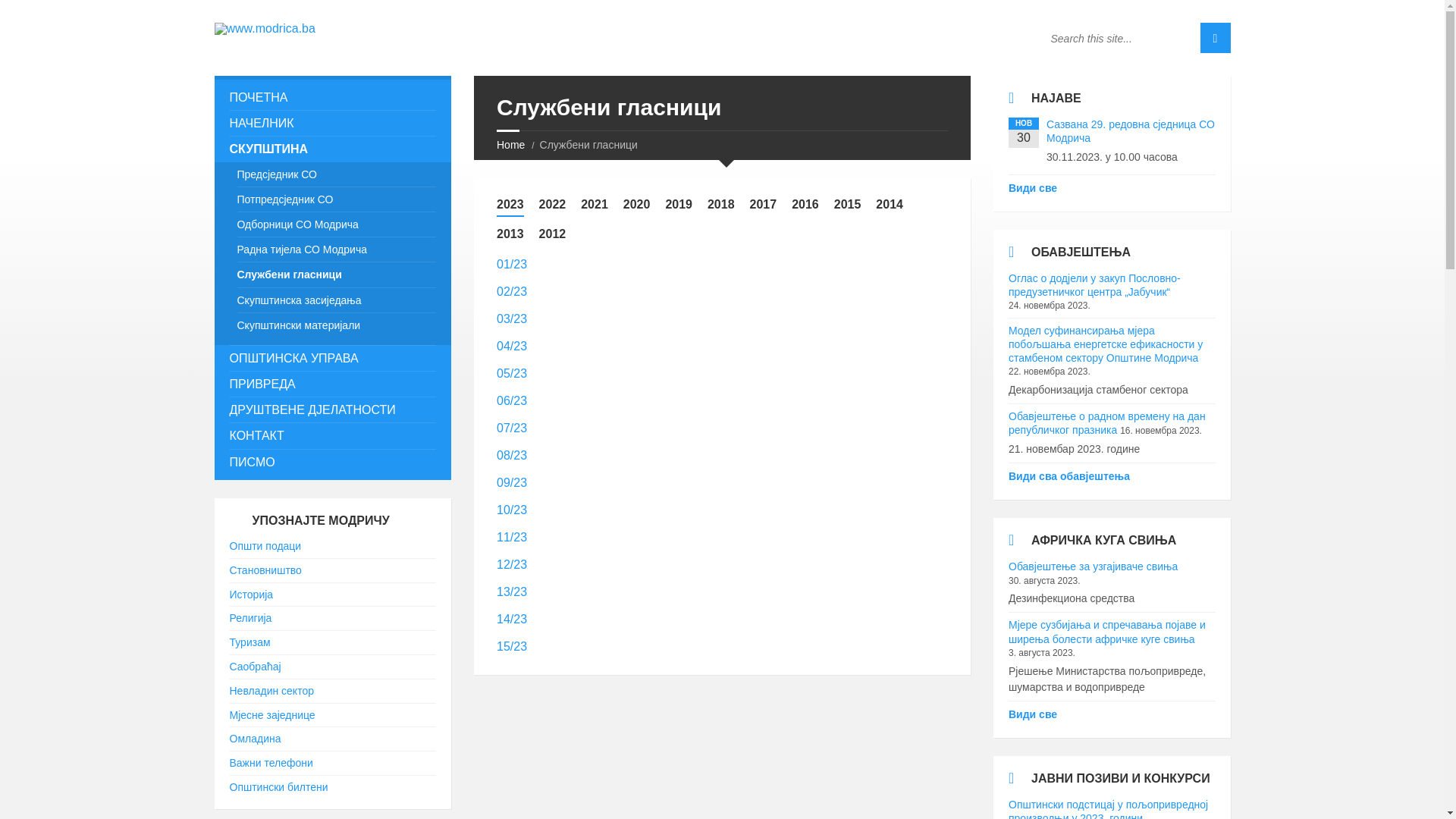 The width and height of the screenshot is (1456, 819). Describe the element at coordinates (512, 318) in the screenshot. I see `'03/23'` at that location.